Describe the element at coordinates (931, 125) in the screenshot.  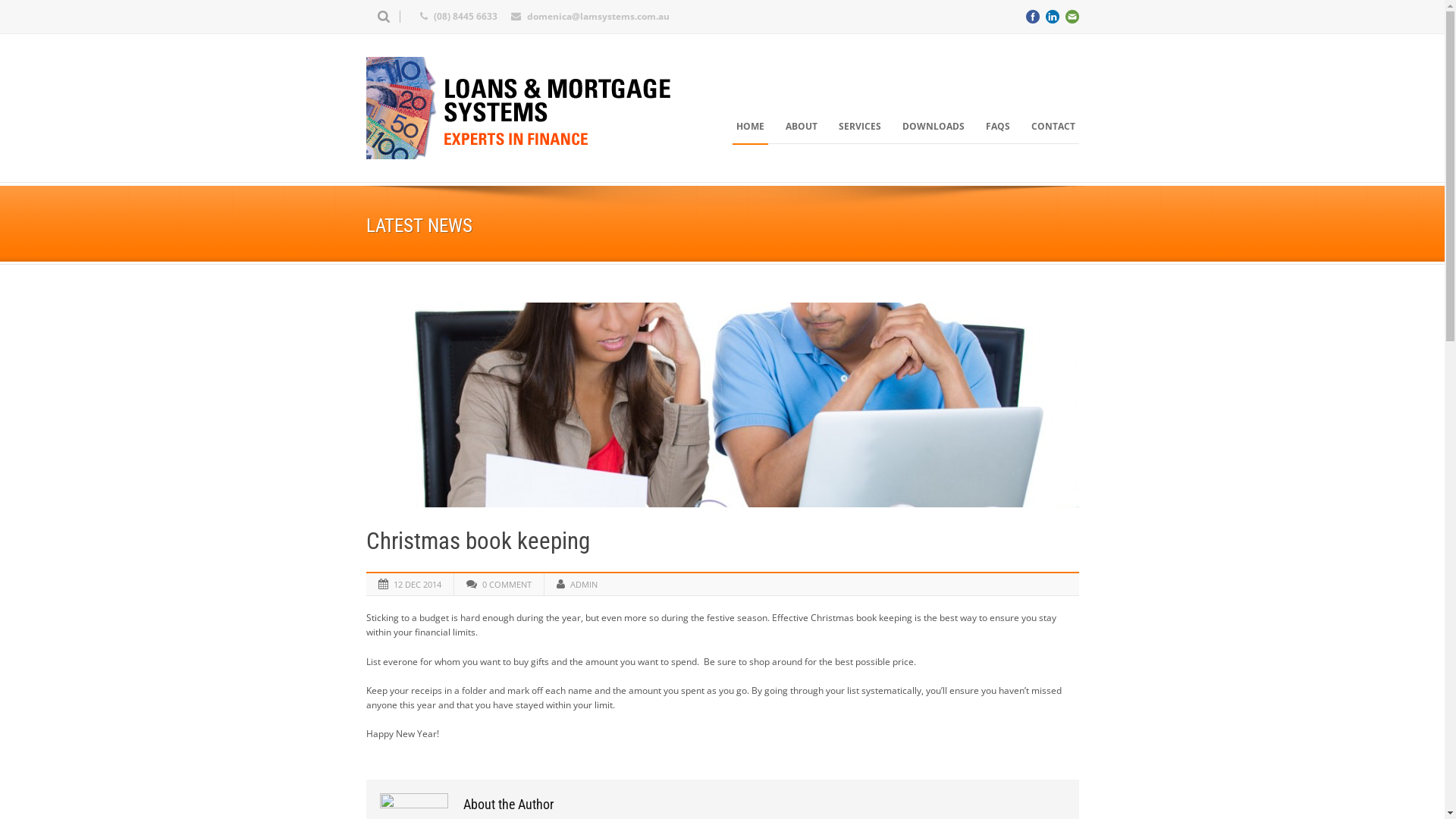
I see `'DOWNLOADS'` at that location.